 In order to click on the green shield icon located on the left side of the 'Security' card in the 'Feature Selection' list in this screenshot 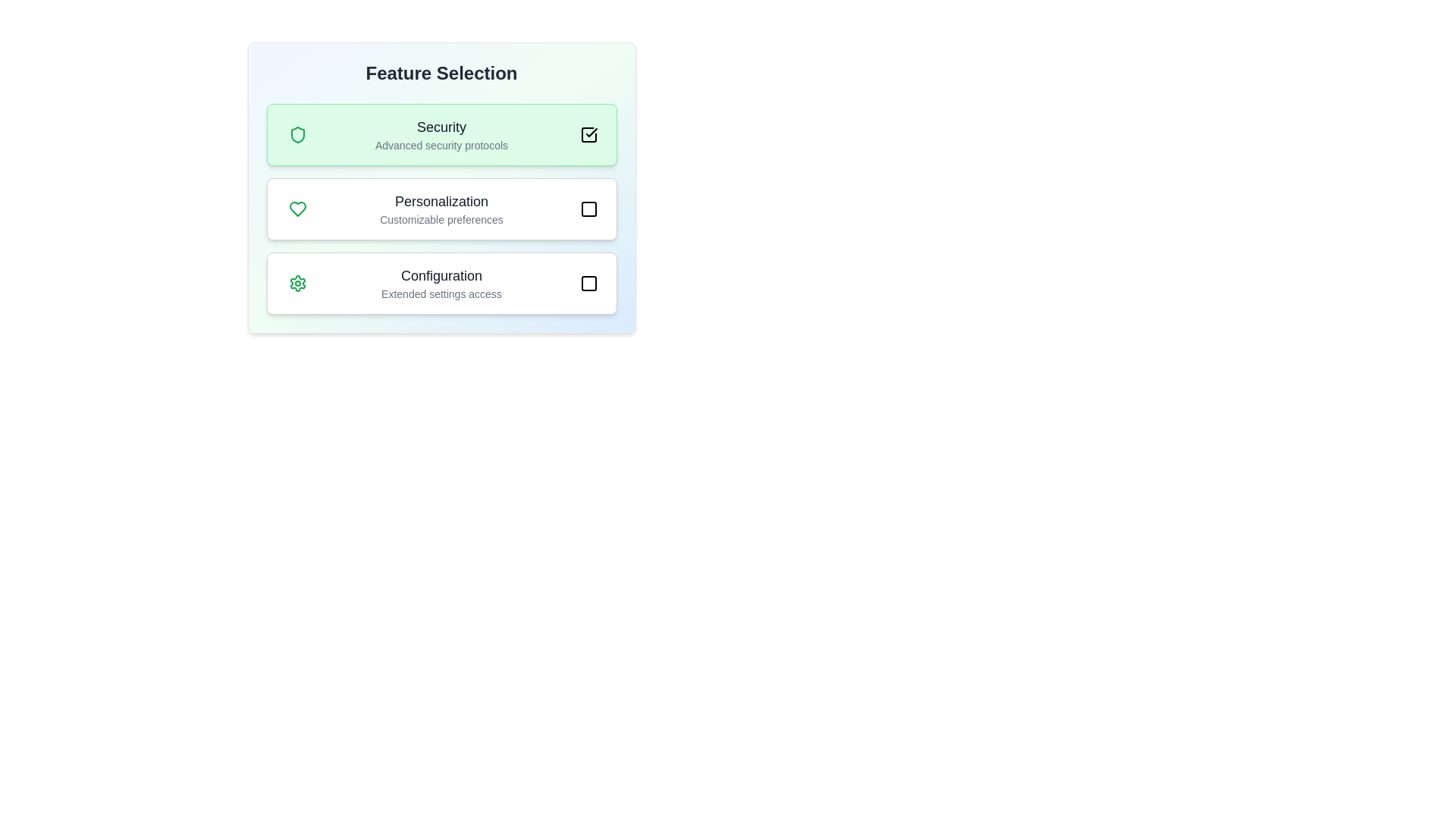, I will do `click(297, 133)`.